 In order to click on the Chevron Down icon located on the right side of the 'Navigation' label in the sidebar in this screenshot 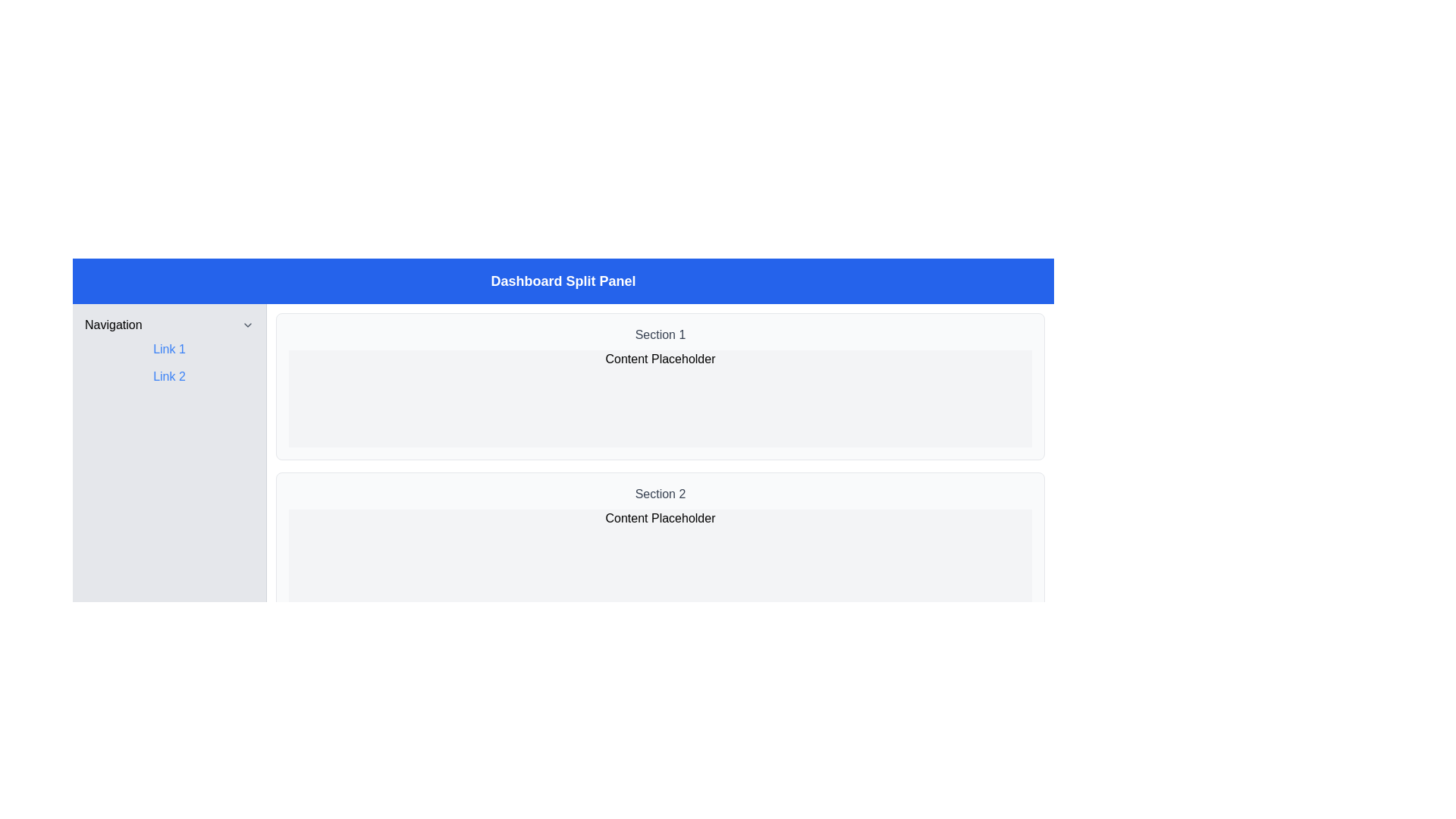, I will do `click(247, 324)`.